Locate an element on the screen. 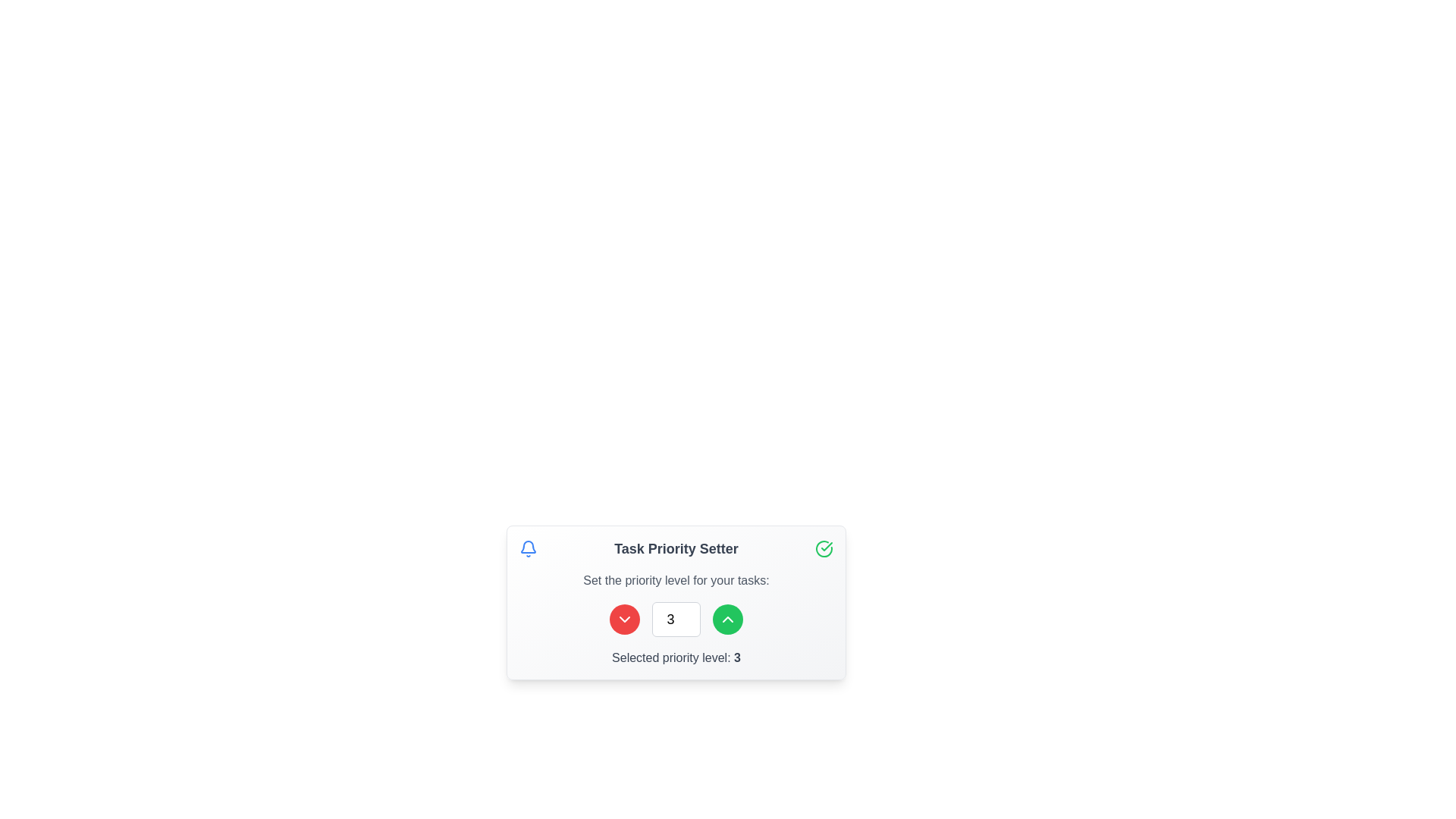  the header text label that indicates the purpose of the task management panel, which is positioned at the top of the panel and flanked by decorative icons is located at coordinates (676, 549).